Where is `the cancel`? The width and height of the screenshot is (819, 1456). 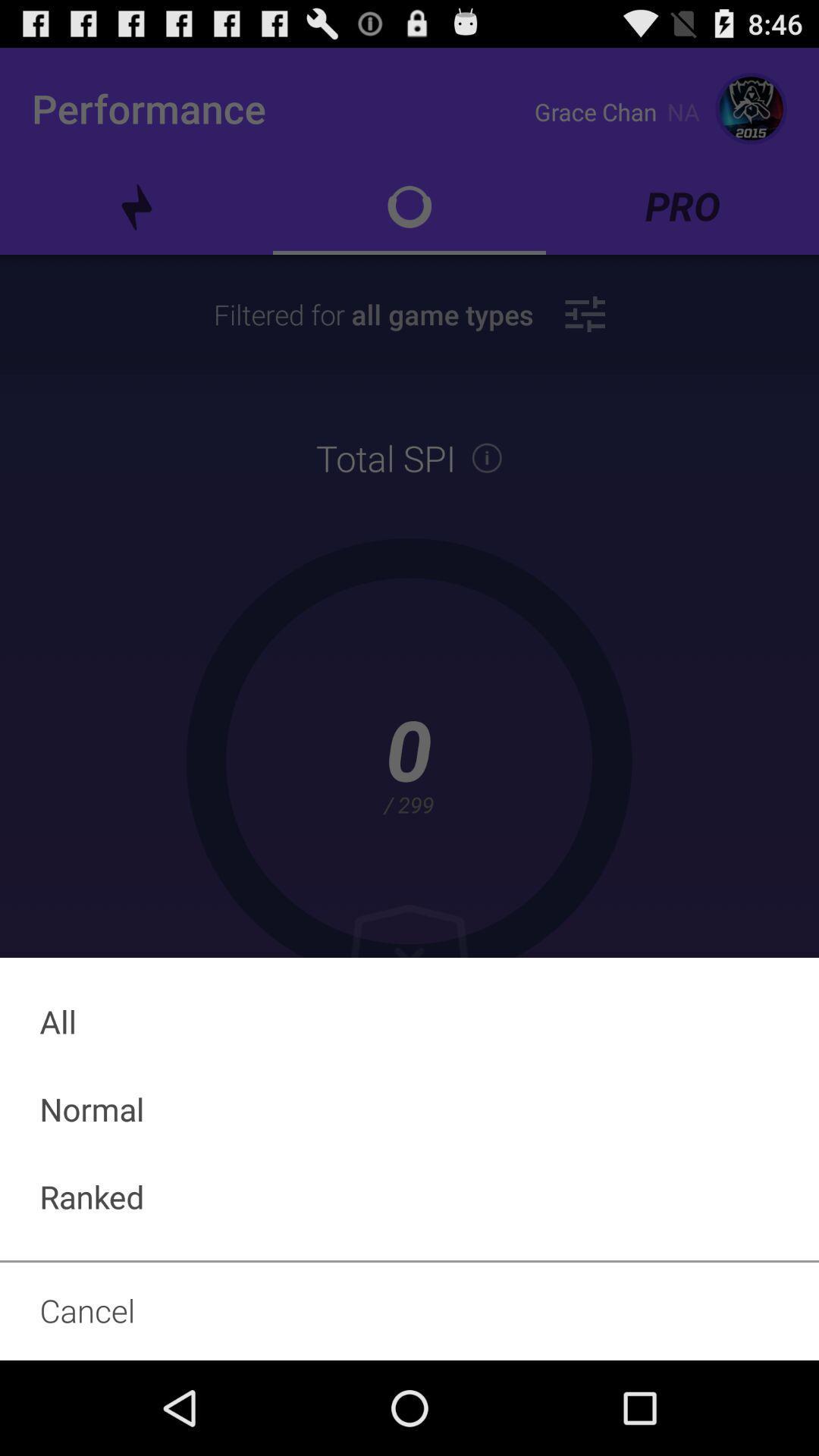
the cancel is located at coordinates (409, 1310).